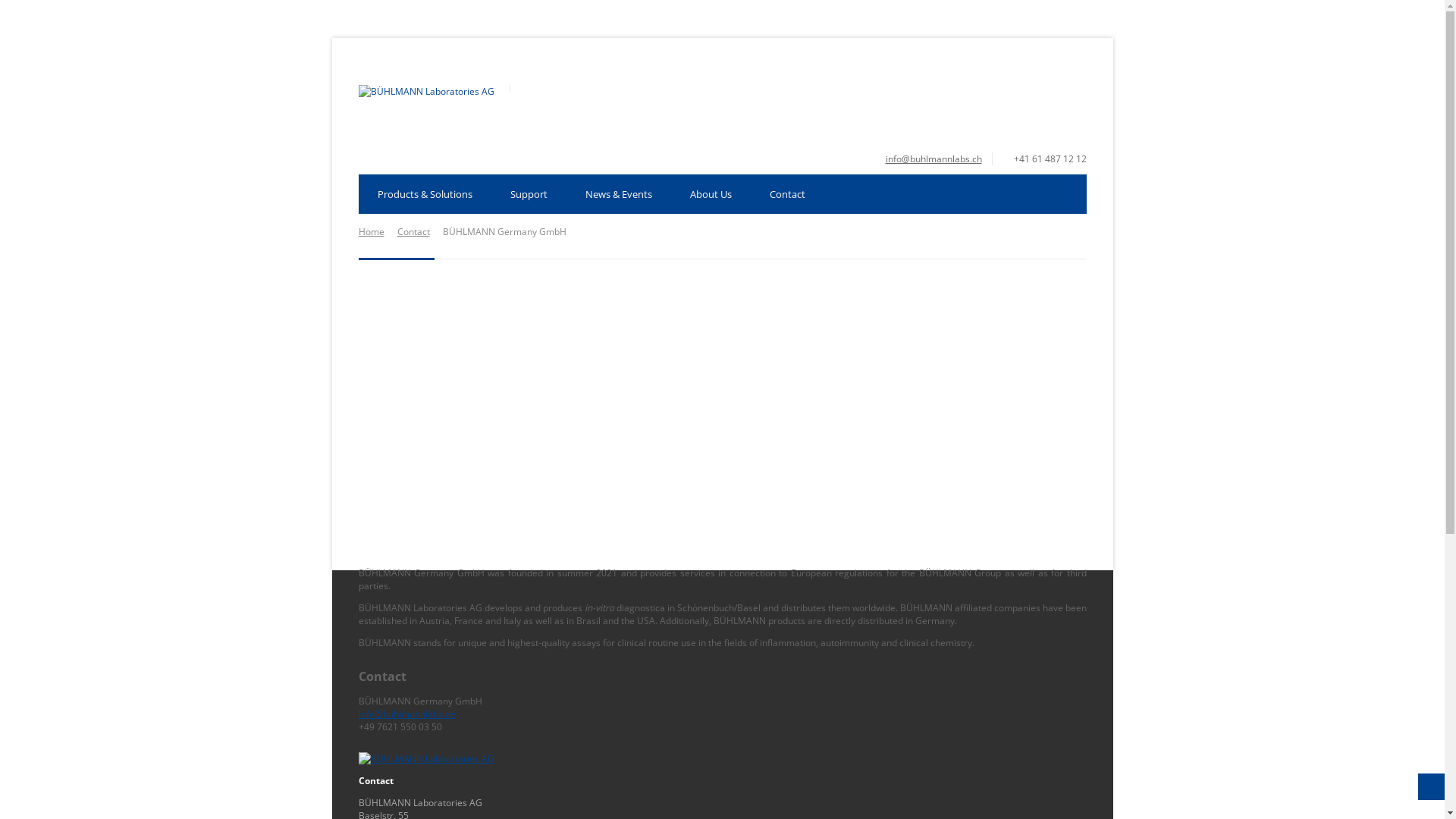 Image resolution: width=1456 pixels, height=819 pixels. I want to click on 'Products & Solutions', so click(424, 193).